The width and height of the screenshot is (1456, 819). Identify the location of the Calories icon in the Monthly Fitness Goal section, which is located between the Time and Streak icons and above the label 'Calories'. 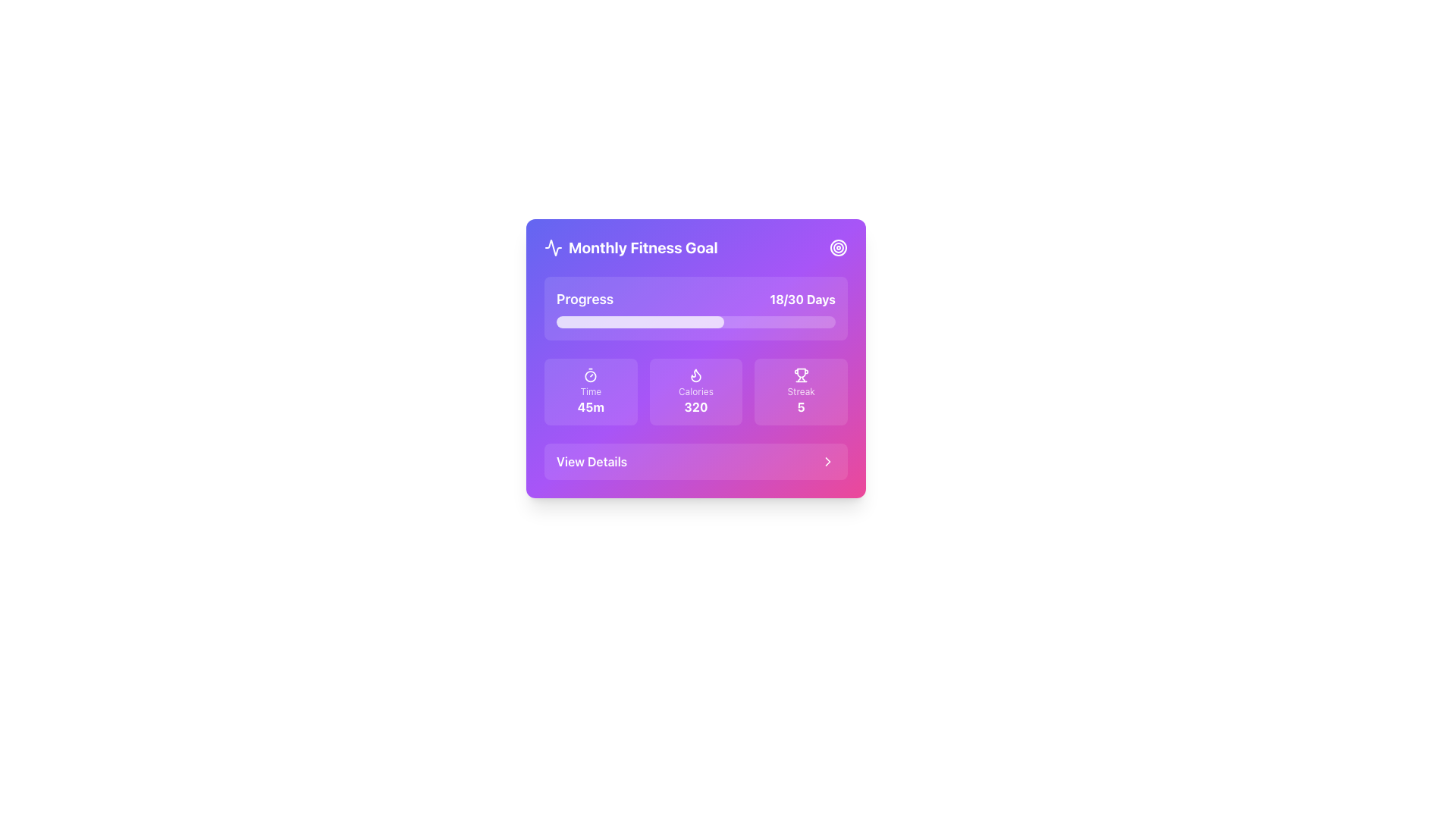
(695, 375).